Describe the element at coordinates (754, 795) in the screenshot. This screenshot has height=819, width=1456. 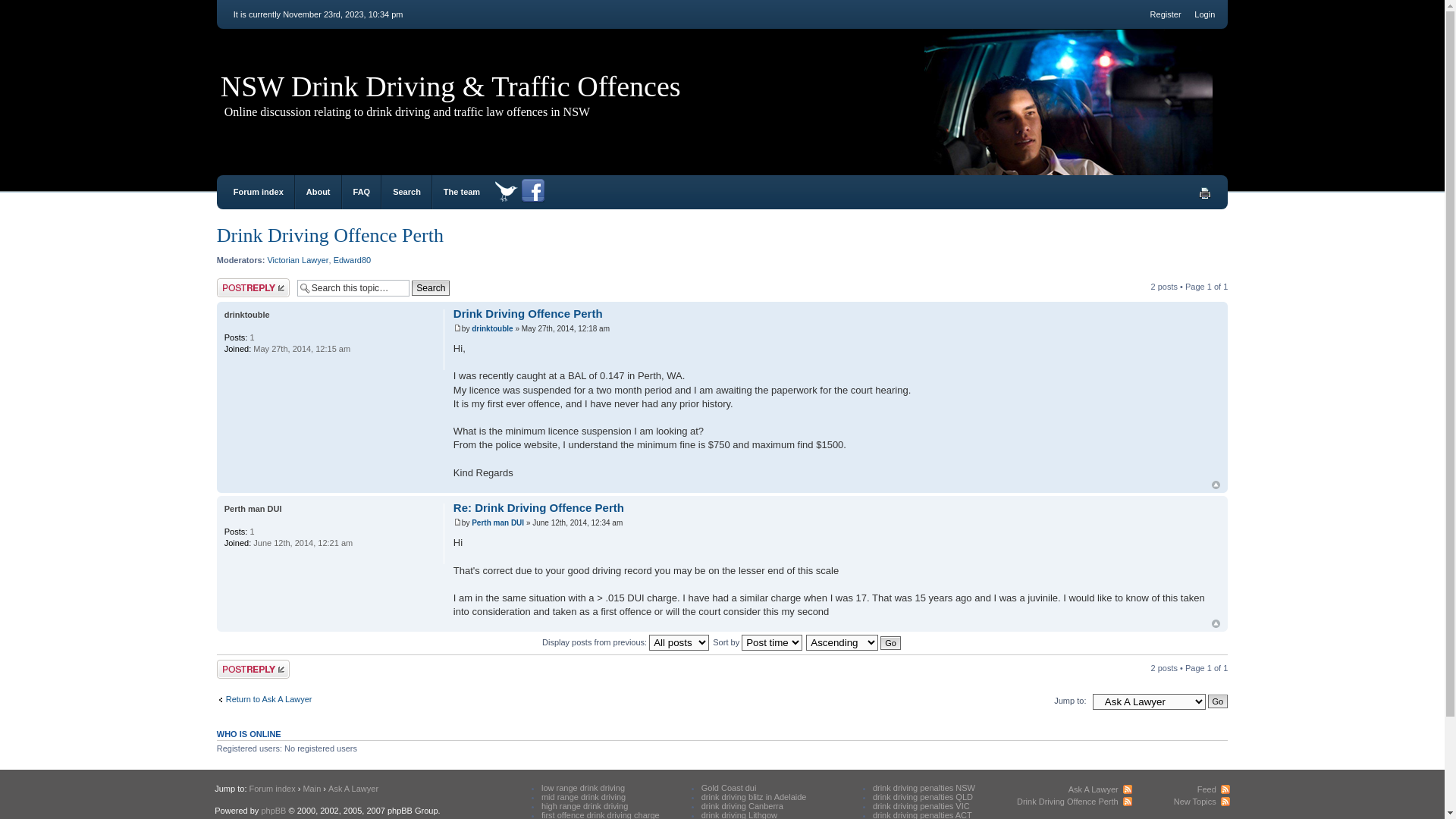
I see `'drink driving blitz in Adelaide'` at that location.